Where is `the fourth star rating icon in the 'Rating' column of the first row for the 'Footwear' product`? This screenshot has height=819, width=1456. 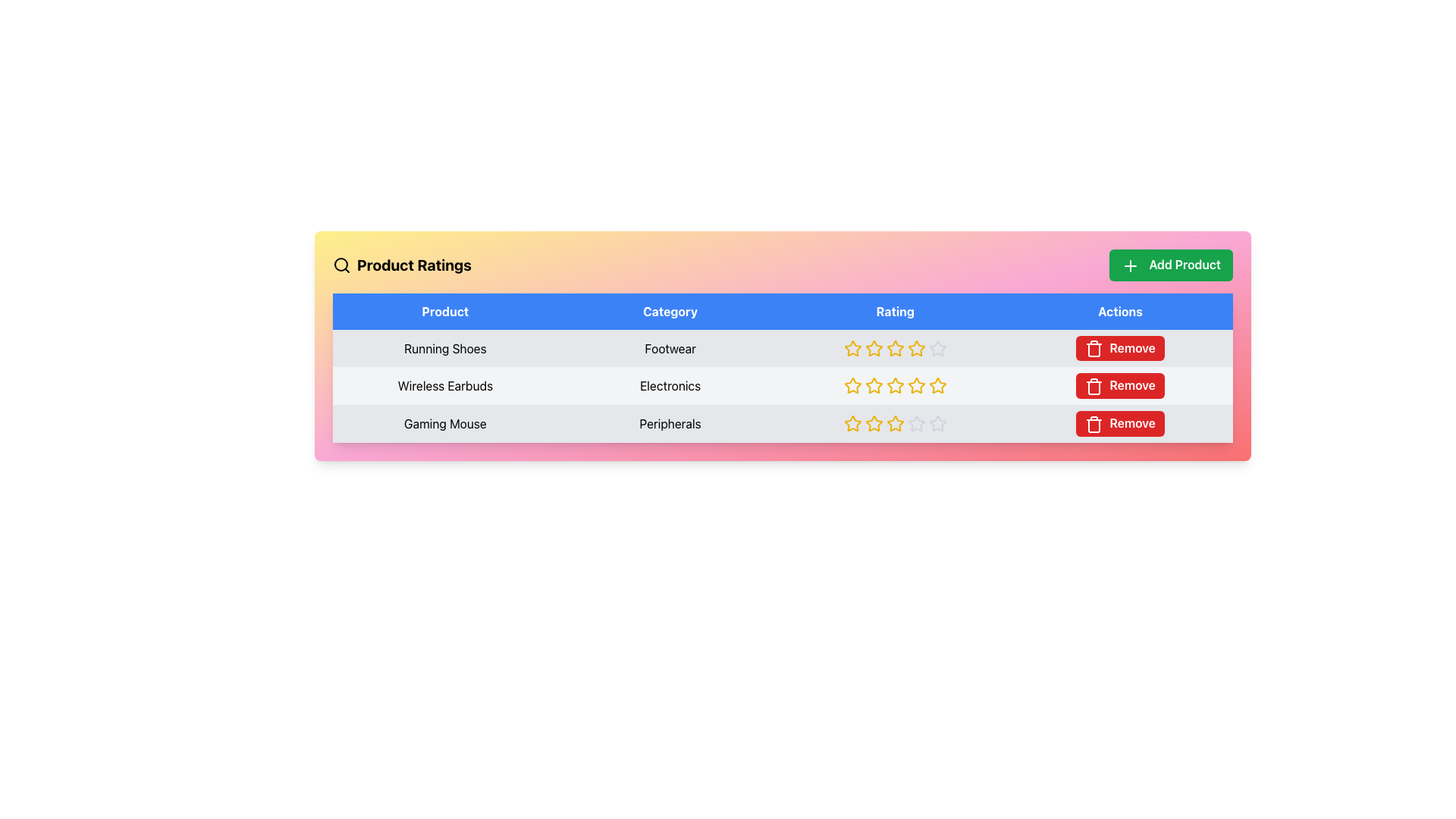
the fourth star rating icon in the 'Rating' column of the first row for the 'Footwear' product is located at coordinates (895, 348).